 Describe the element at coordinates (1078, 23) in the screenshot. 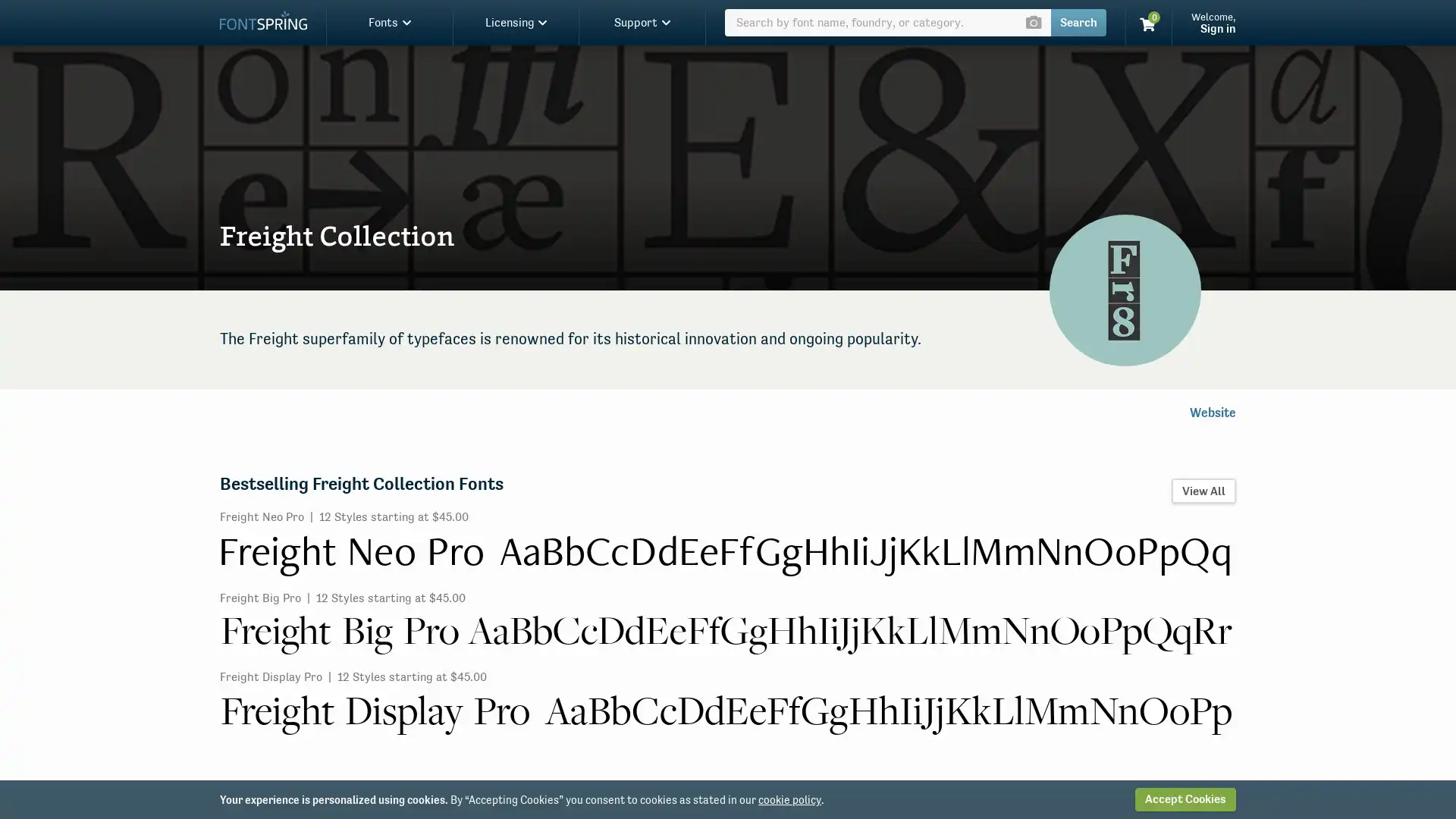

I see `Search` at that location.